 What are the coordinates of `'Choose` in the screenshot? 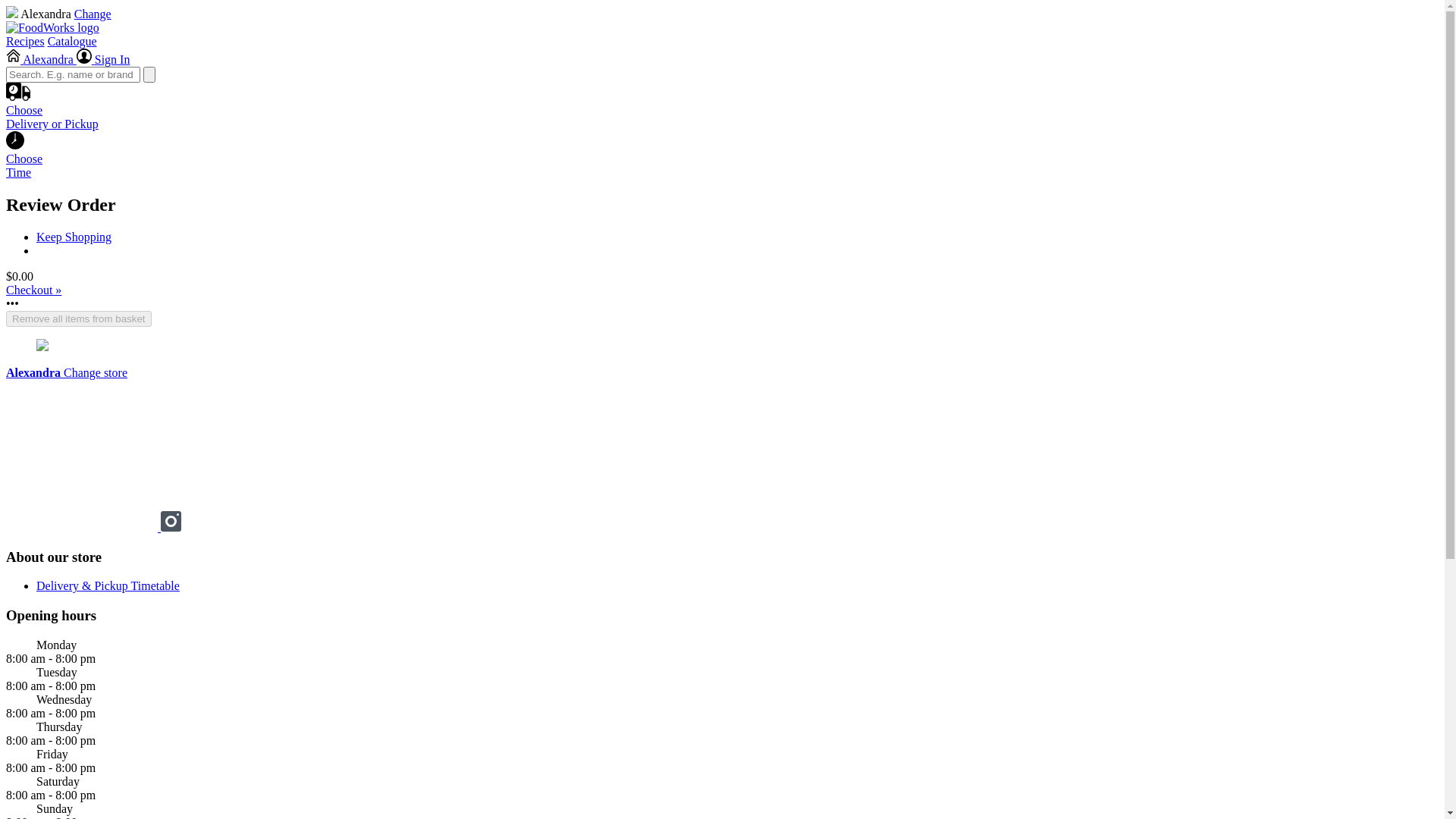 It's located at (6, 120).